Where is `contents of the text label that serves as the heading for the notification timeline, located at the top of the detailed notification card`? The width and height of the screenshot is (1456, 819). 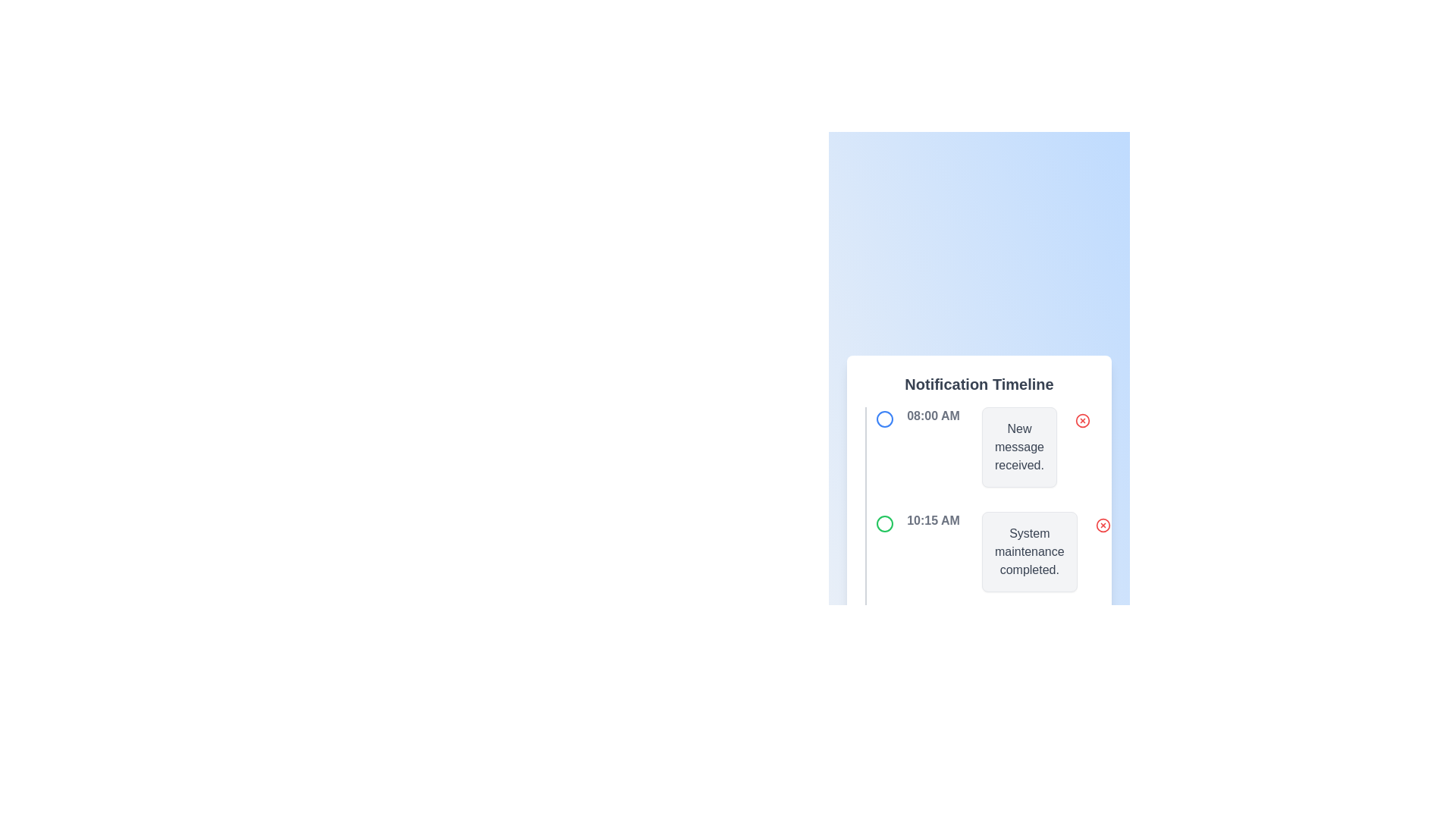 contents of the text label that serves as the heading for the notification timeline, located at the top of the detailed notification card is located at coordinates (979, 383).